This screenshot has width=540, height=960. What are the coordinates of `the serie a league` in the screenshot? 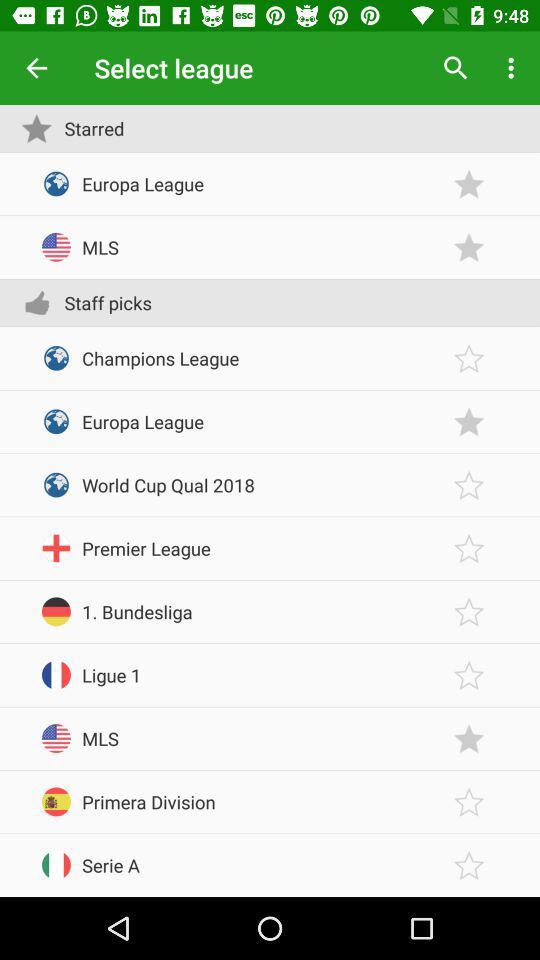 It's located at (469, 864).